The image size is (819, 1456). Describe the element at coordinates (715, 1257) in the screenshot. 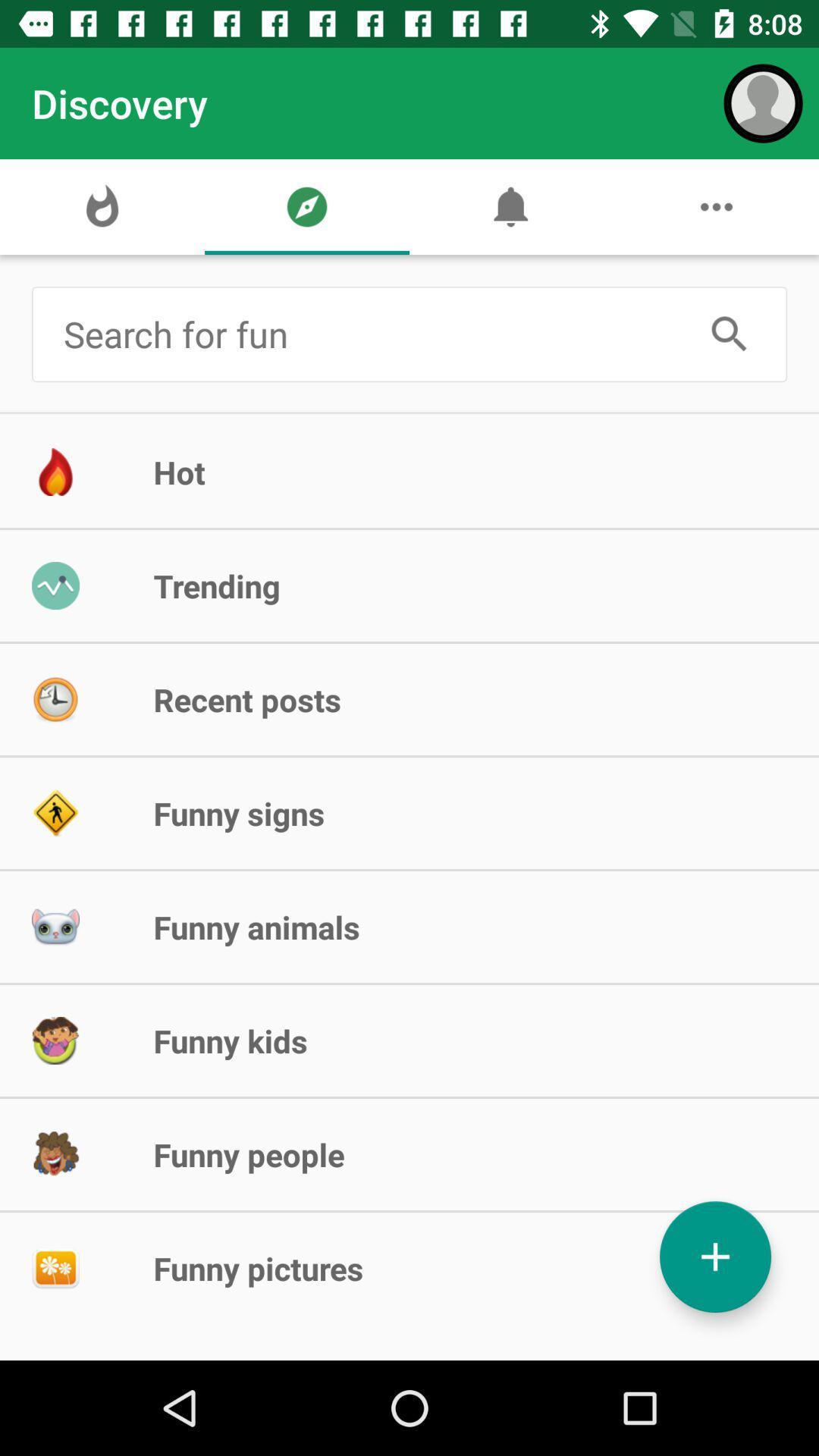

I see `the add icon` at that location.